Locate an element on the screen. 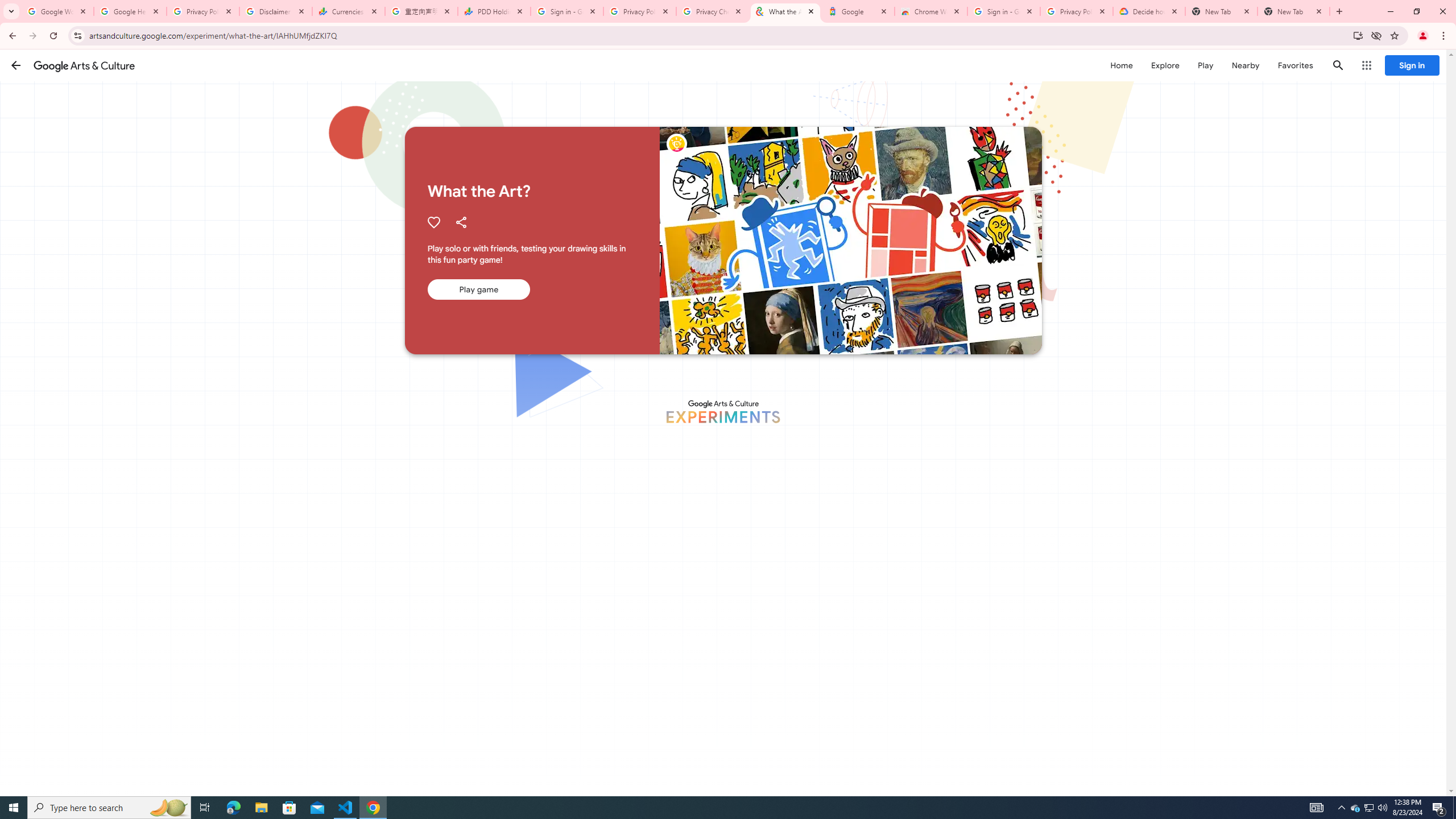 The image size is (1456, 819). 'Play game' is located at coordinates (477, 289).